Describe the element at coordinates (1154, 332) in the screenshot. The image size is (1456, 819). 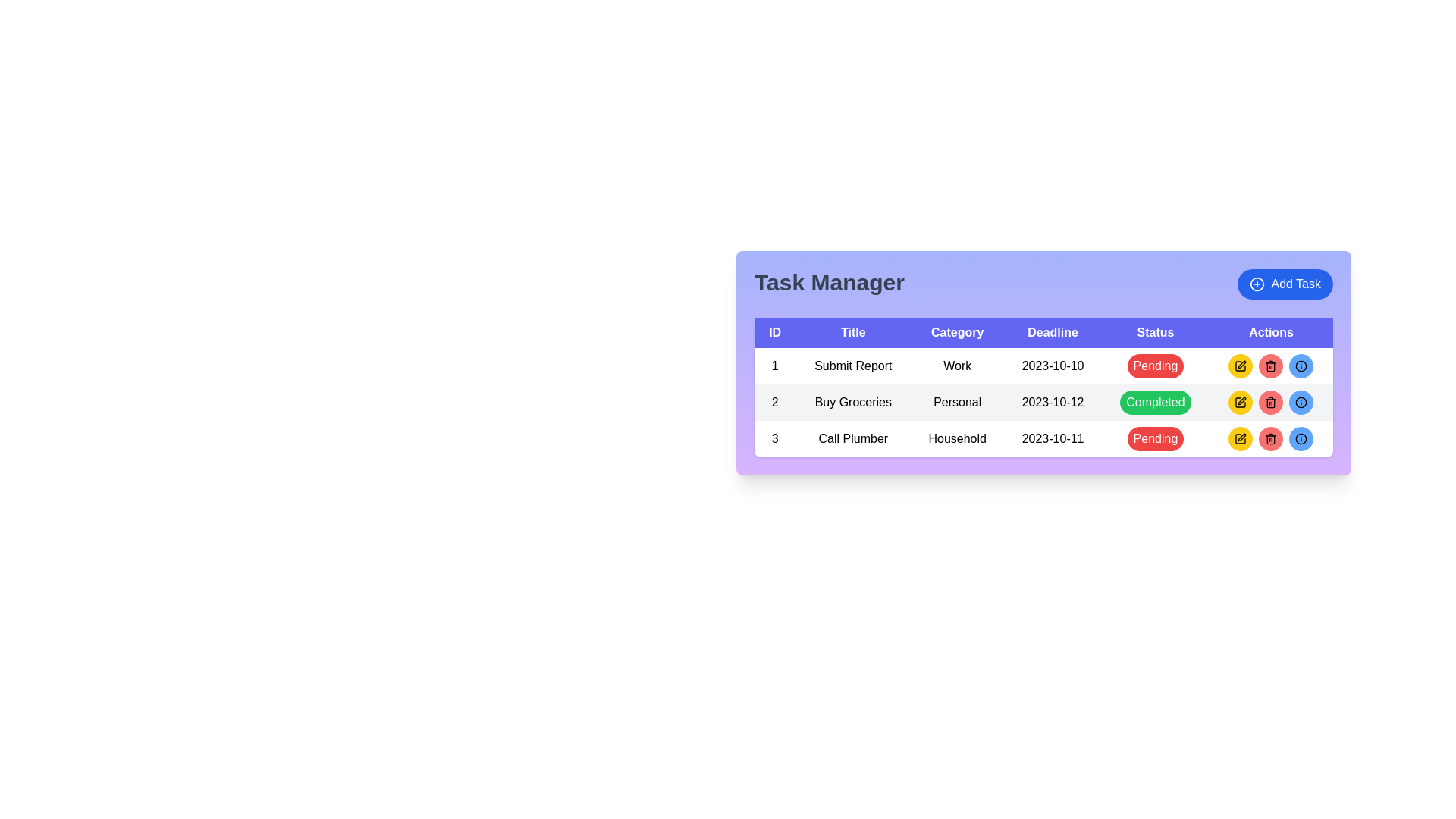
I see `text content of the Table Header Cell, which is the fifth column header indicating the status of the items listed below it` at that location.